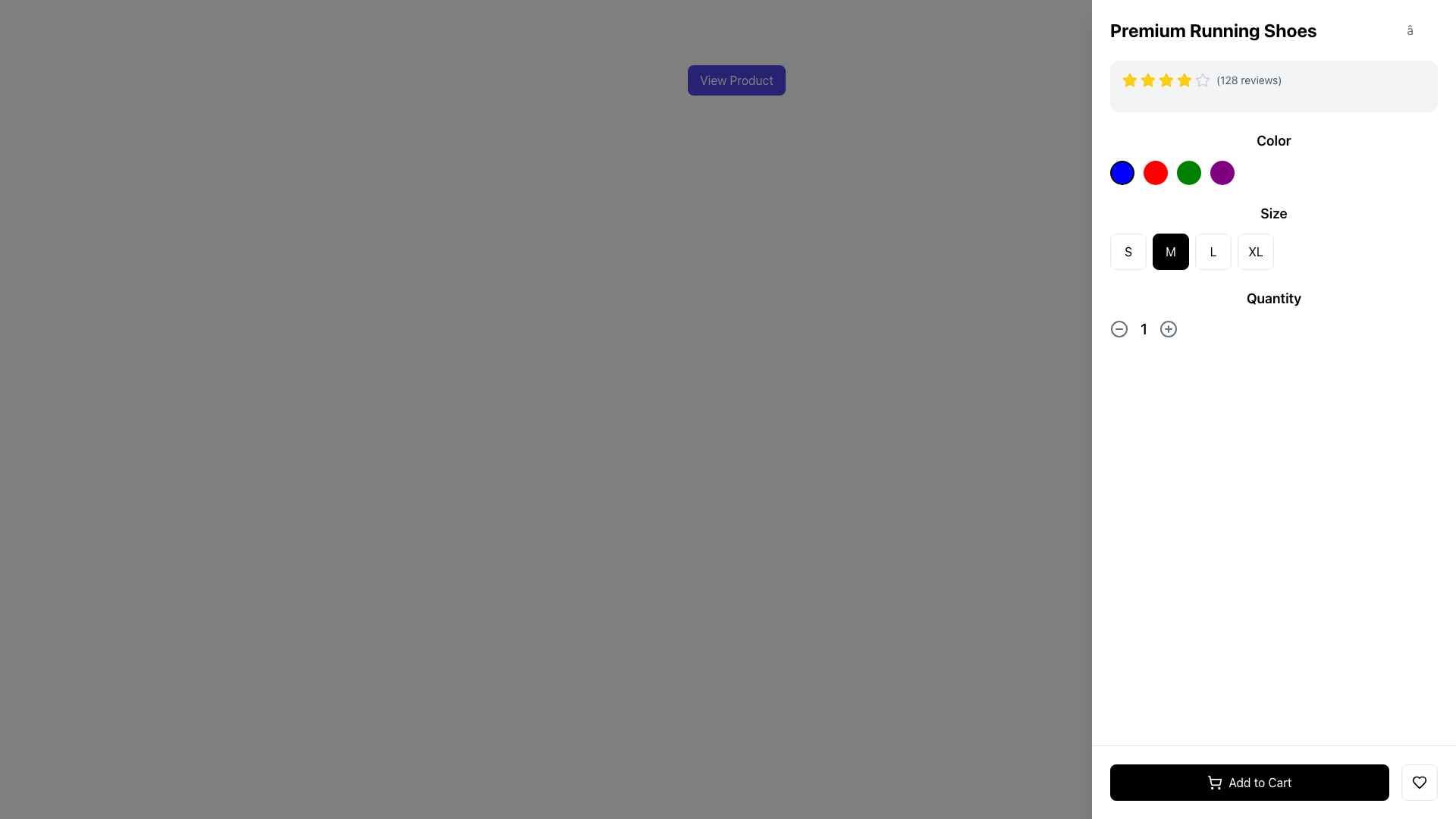  What do you see at coordinates (1201, 80) in the screenshot?
I see `the fifth star icon with a gray outline, which is the rightmost star in a horizontal group of five stars under the product name` at bounding box center [1201, 80].